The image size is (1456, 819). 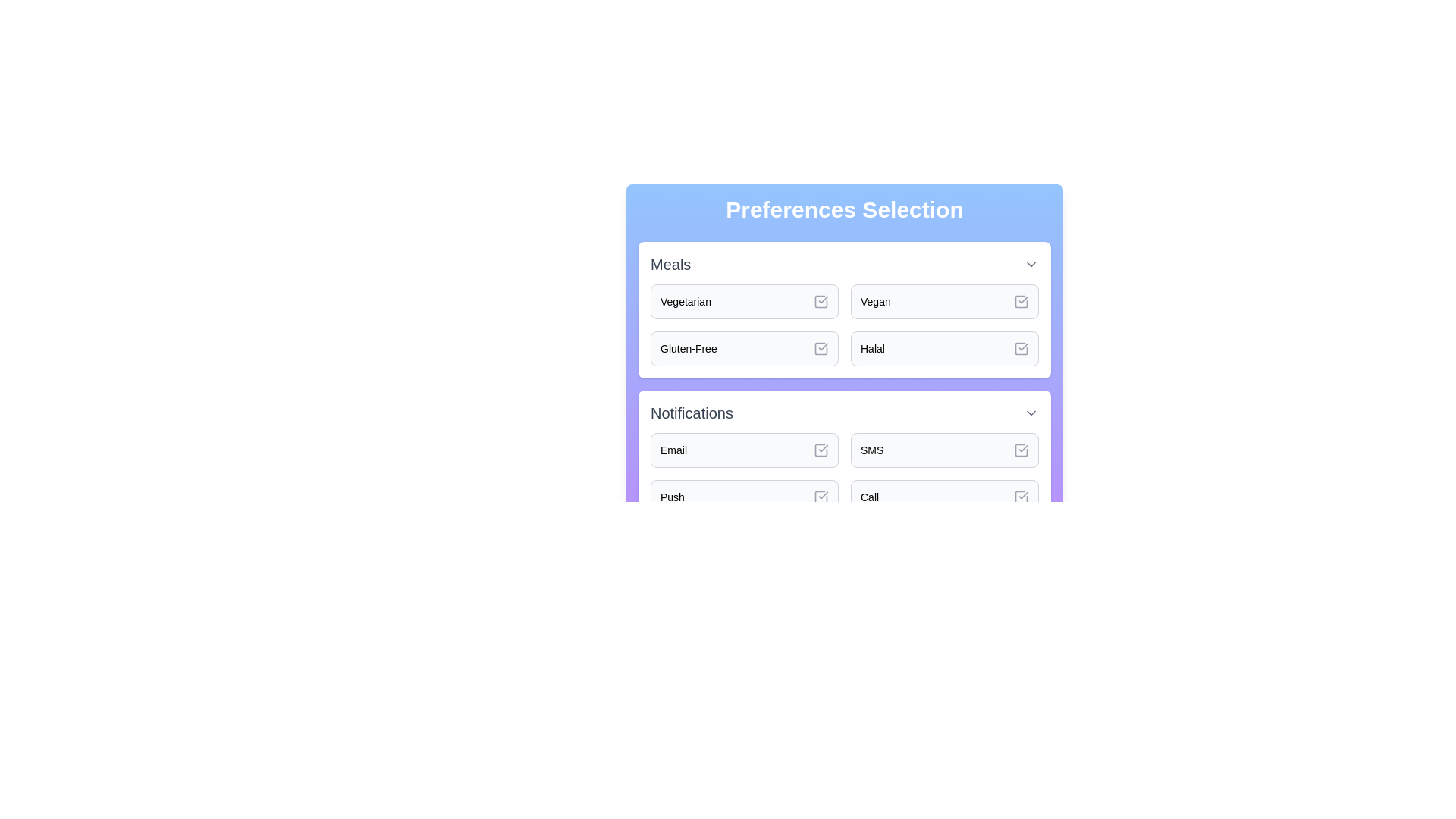 What do you see at coordinates (821, 497) in the screenshot?
I see `the checkbox indicating the status of the 'Push' notification option within the 'Notifications' preferences section` at bounding box center [821, 497].